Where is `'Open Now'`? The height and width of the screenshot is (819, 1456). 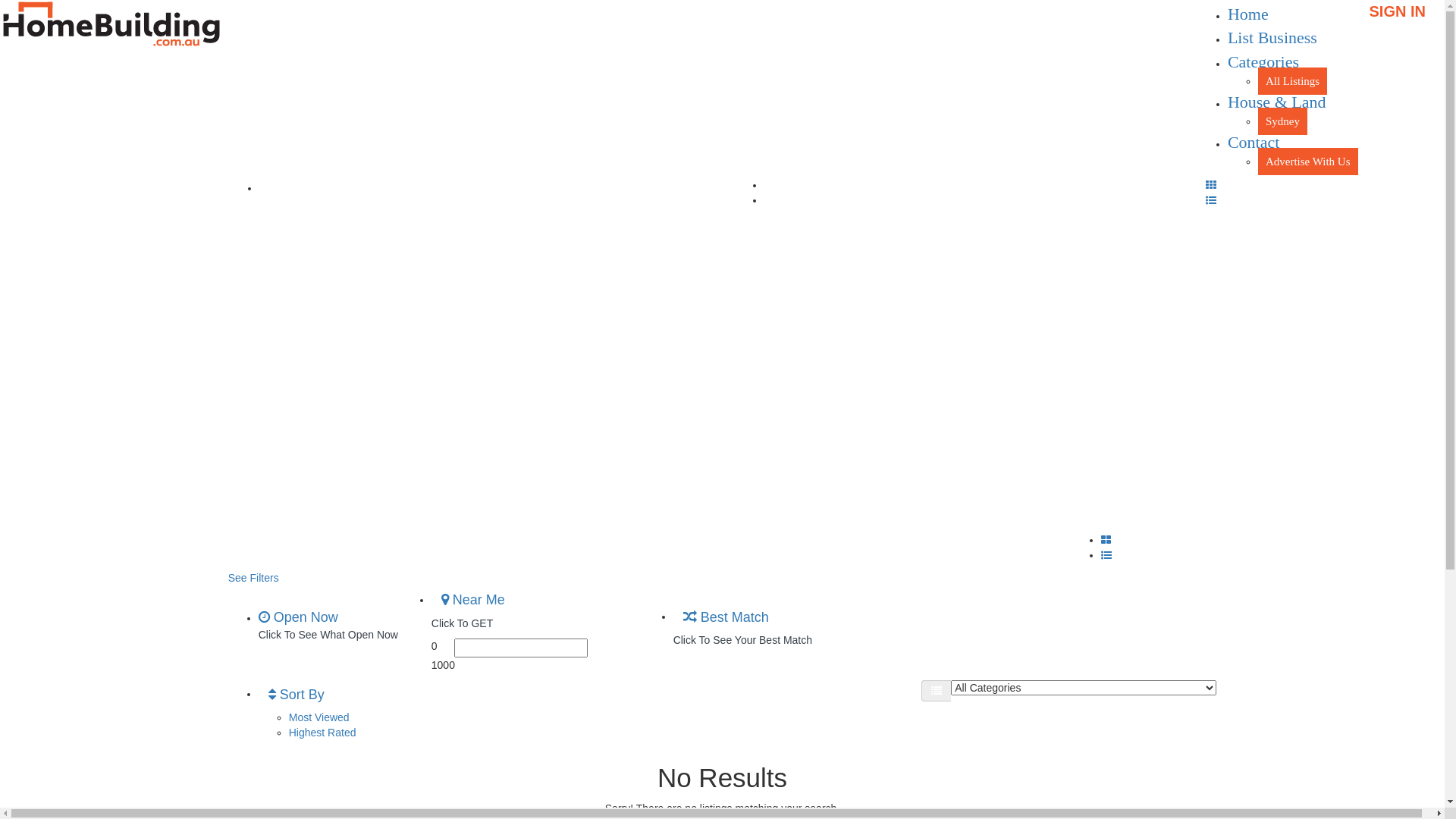
'Open Now' is located at coordinates (298, 617).